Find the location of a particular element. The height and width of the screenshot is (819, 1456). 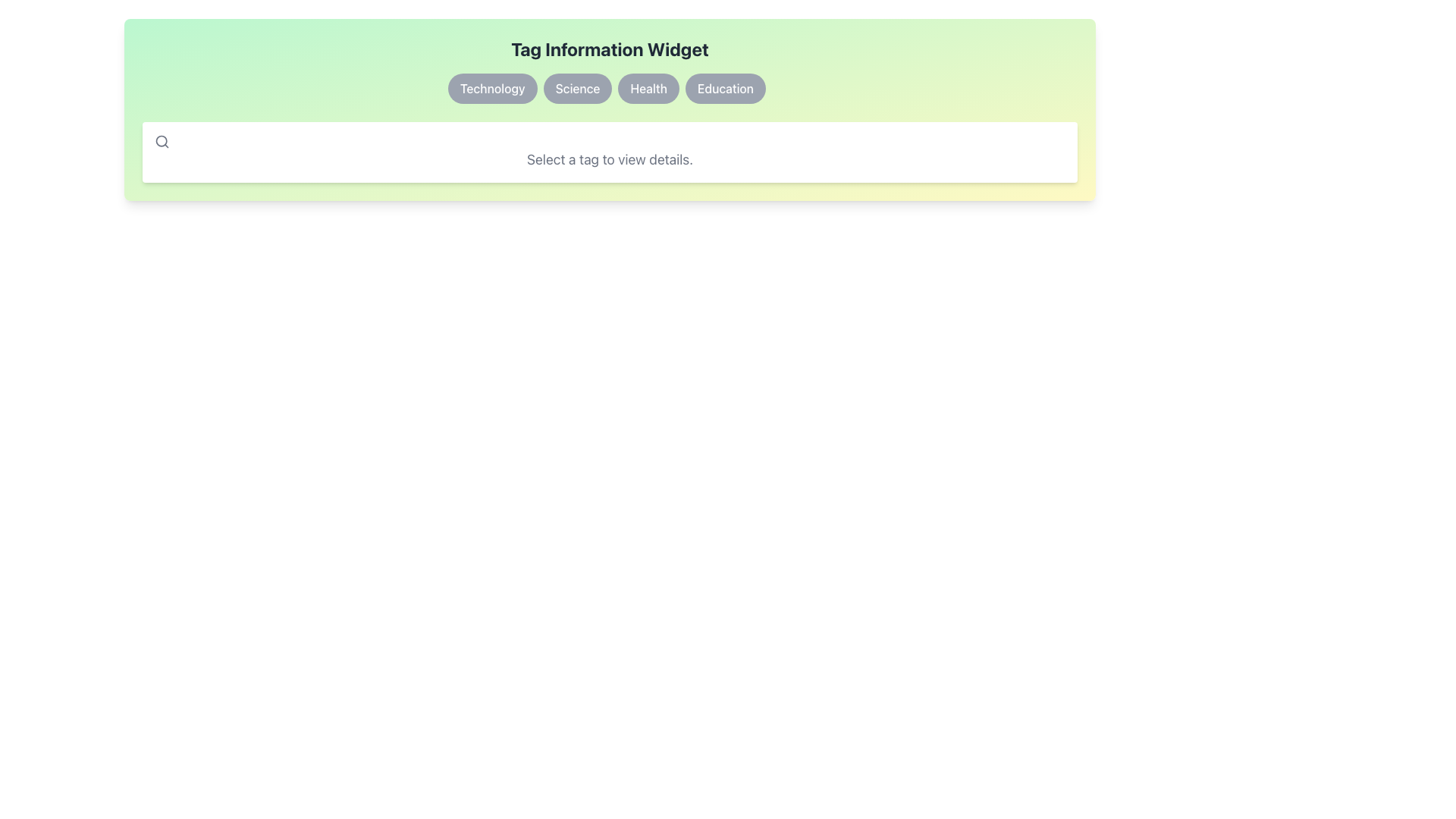

the rounded gray button labeled 'Education' is located at coordinates (724, 88).